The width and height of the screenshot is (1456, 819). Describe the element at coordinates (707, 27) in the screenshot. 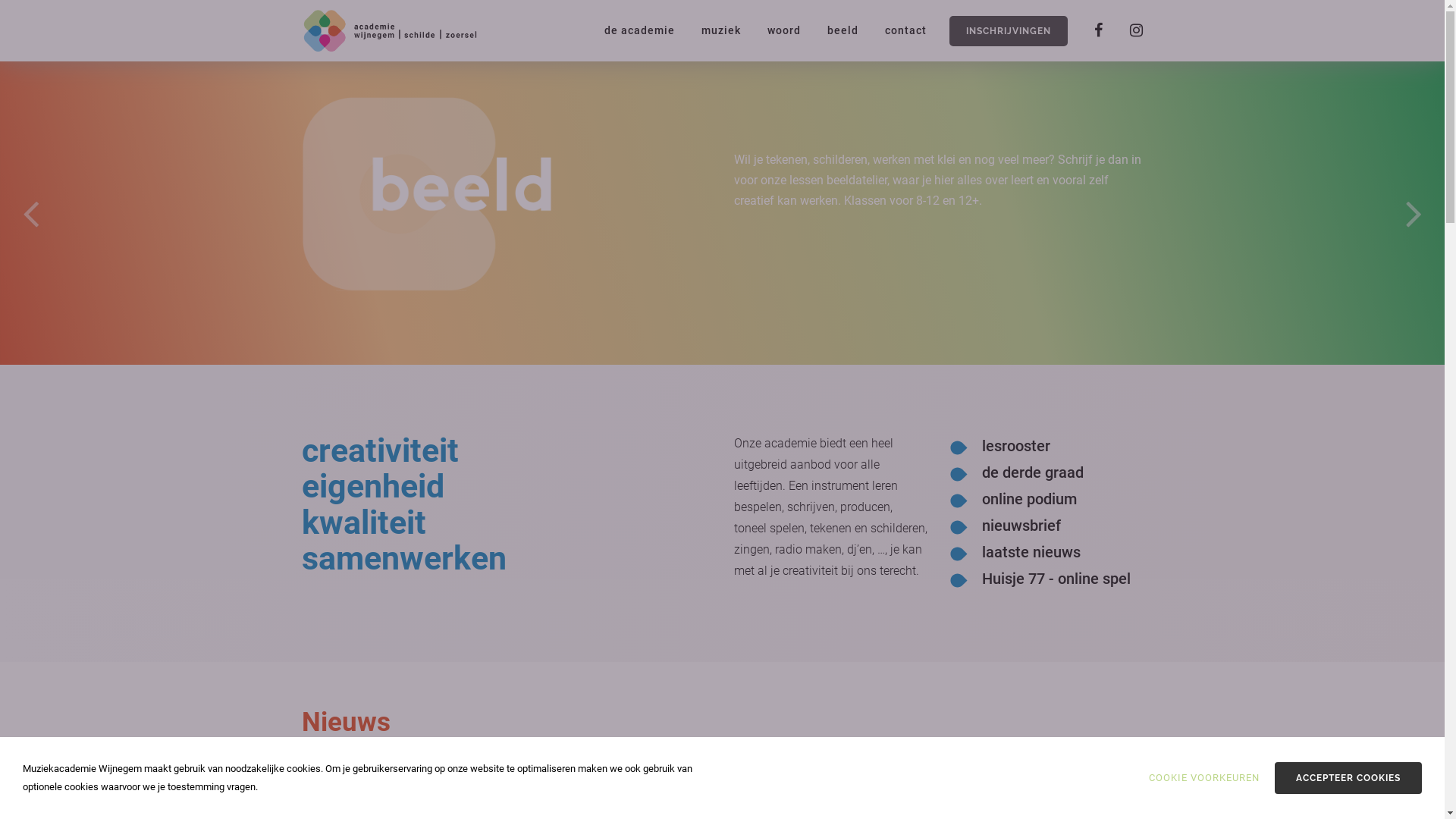

I see `'muziek'` at that location.